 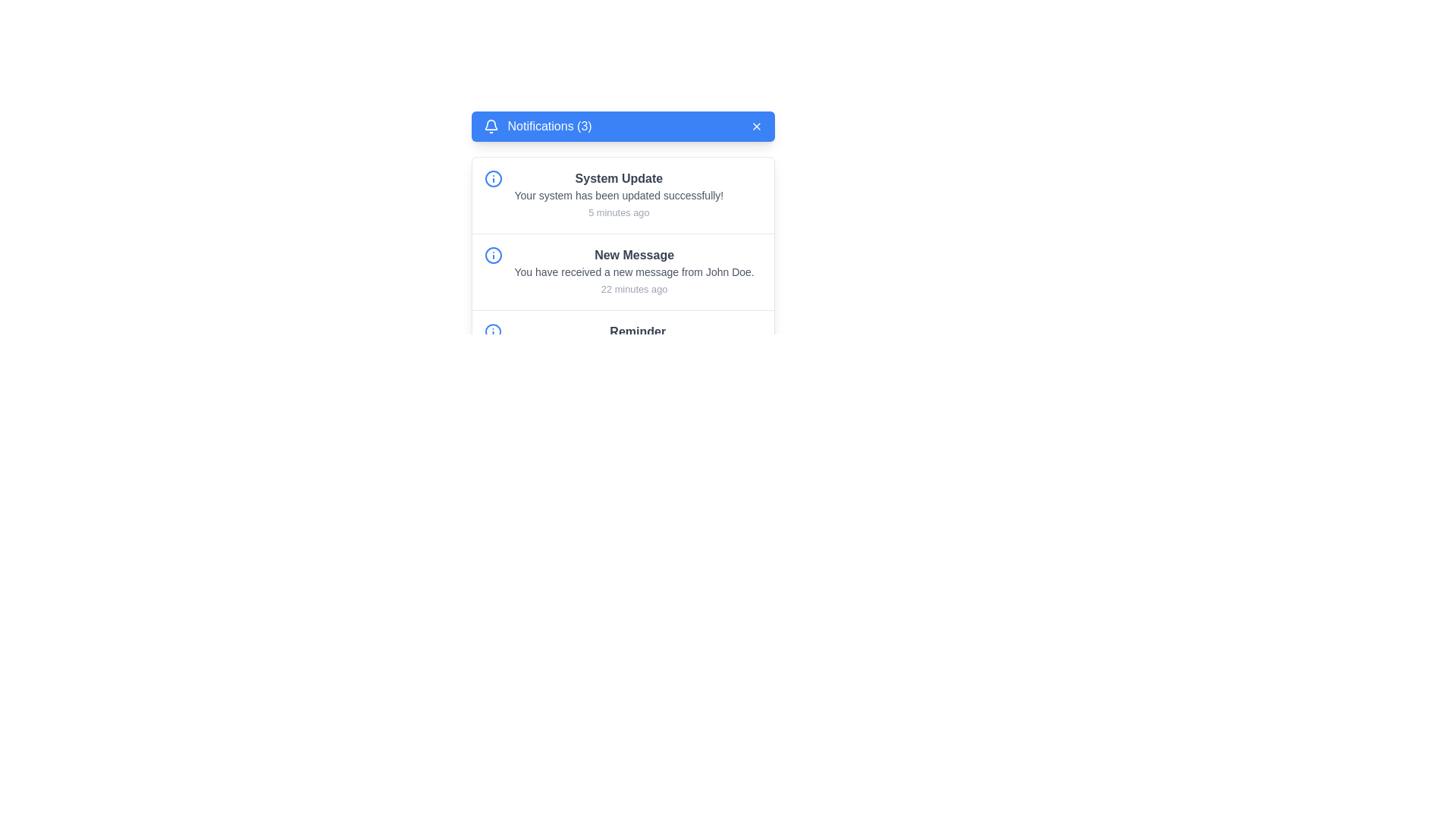 What do you see at coordinates (634, 271) in the screenshot?
I see `the 'New Message' notification, which has a bold title and descriptive text` at bounding box center [634, 271].